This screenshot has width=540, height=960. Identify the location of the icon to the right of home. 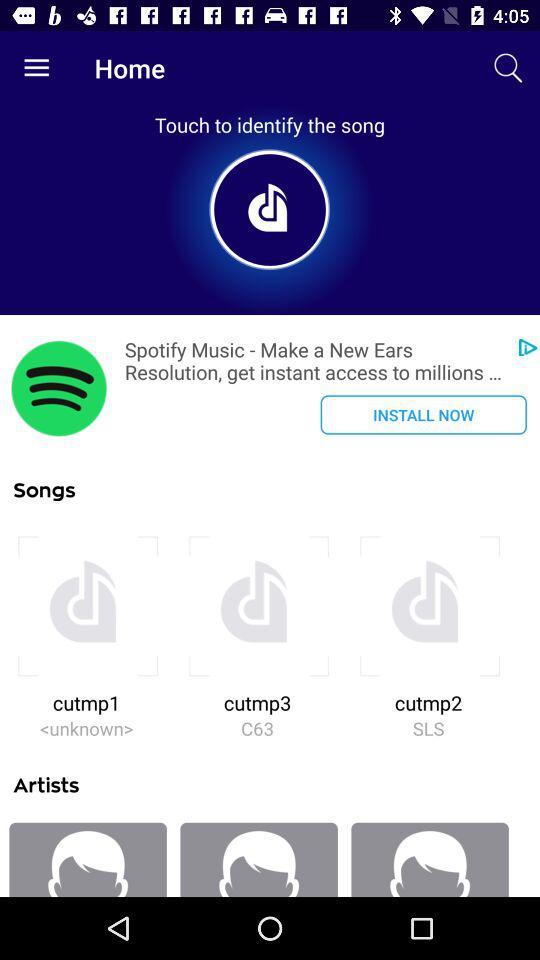
(508, 68).